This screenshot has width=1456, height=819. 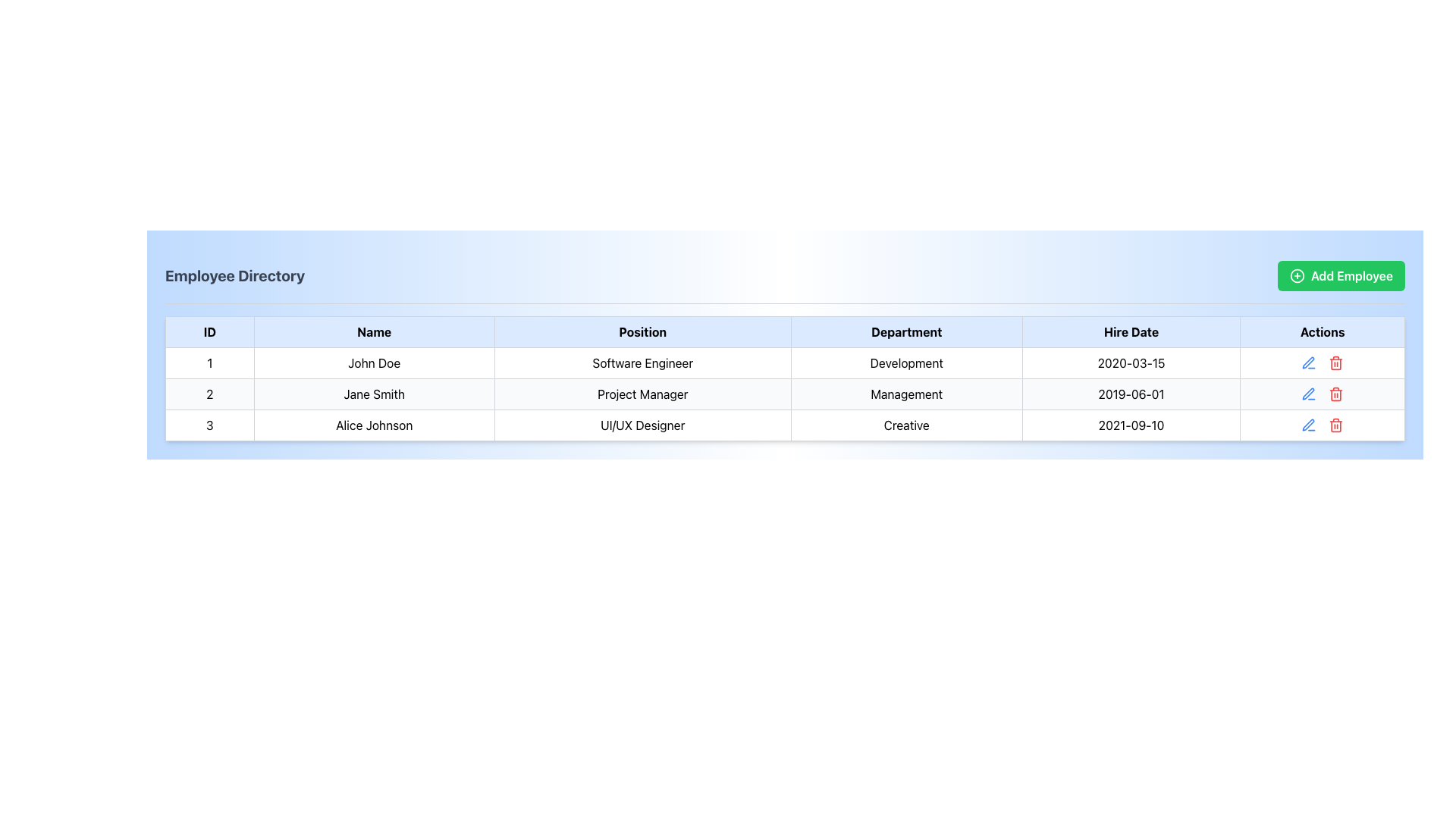 What do you see at coordinates (1296, 275) in the screenshot?
I see `the outer circle of the '+' icon within the green 'Add Employee' button located at the top-right corner of the employee directory interface` at bounding box center [1296, 275].